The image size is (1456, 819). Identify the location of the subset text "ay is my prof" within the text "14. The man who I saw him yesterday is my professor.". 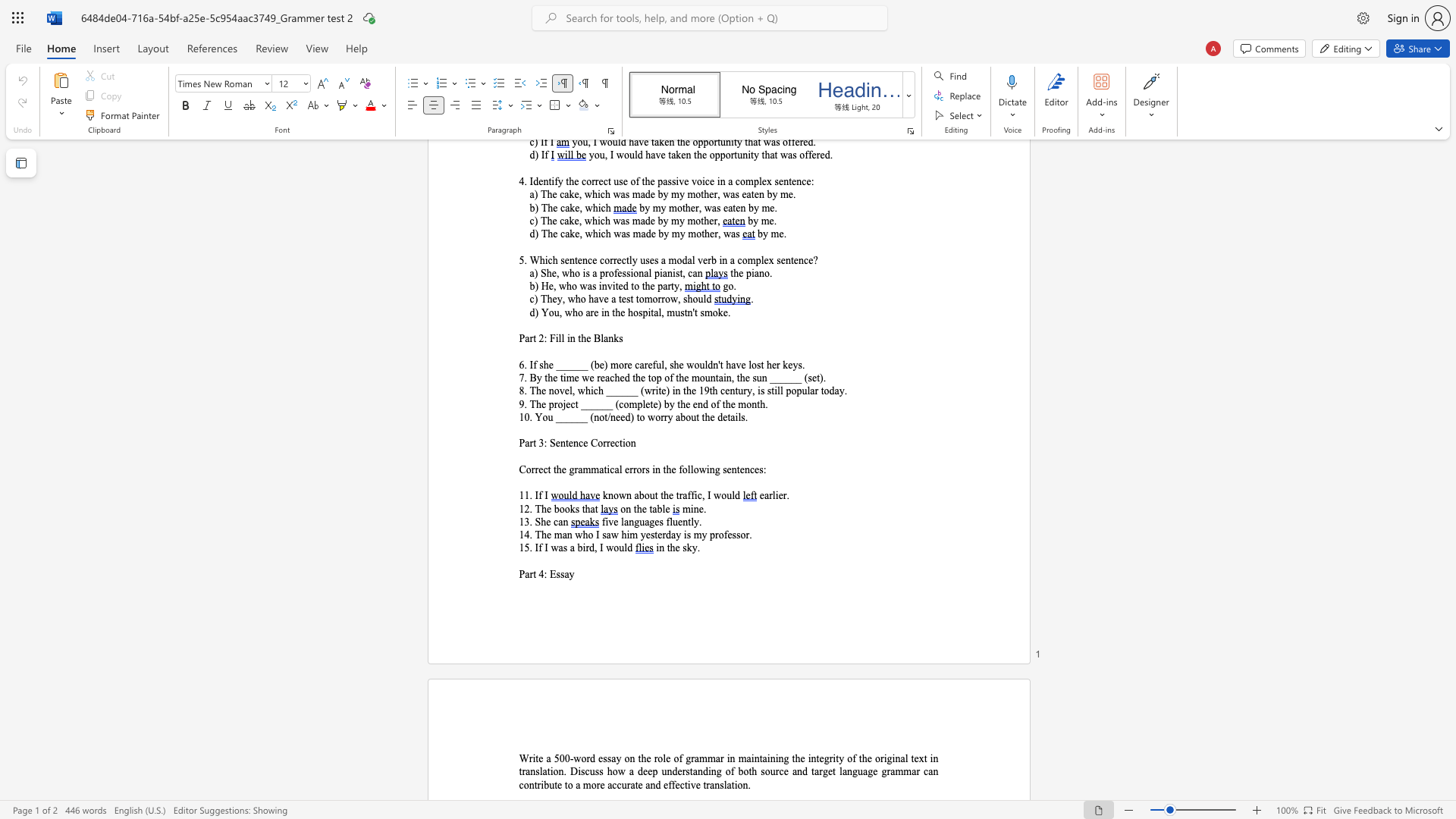
(670, 534).